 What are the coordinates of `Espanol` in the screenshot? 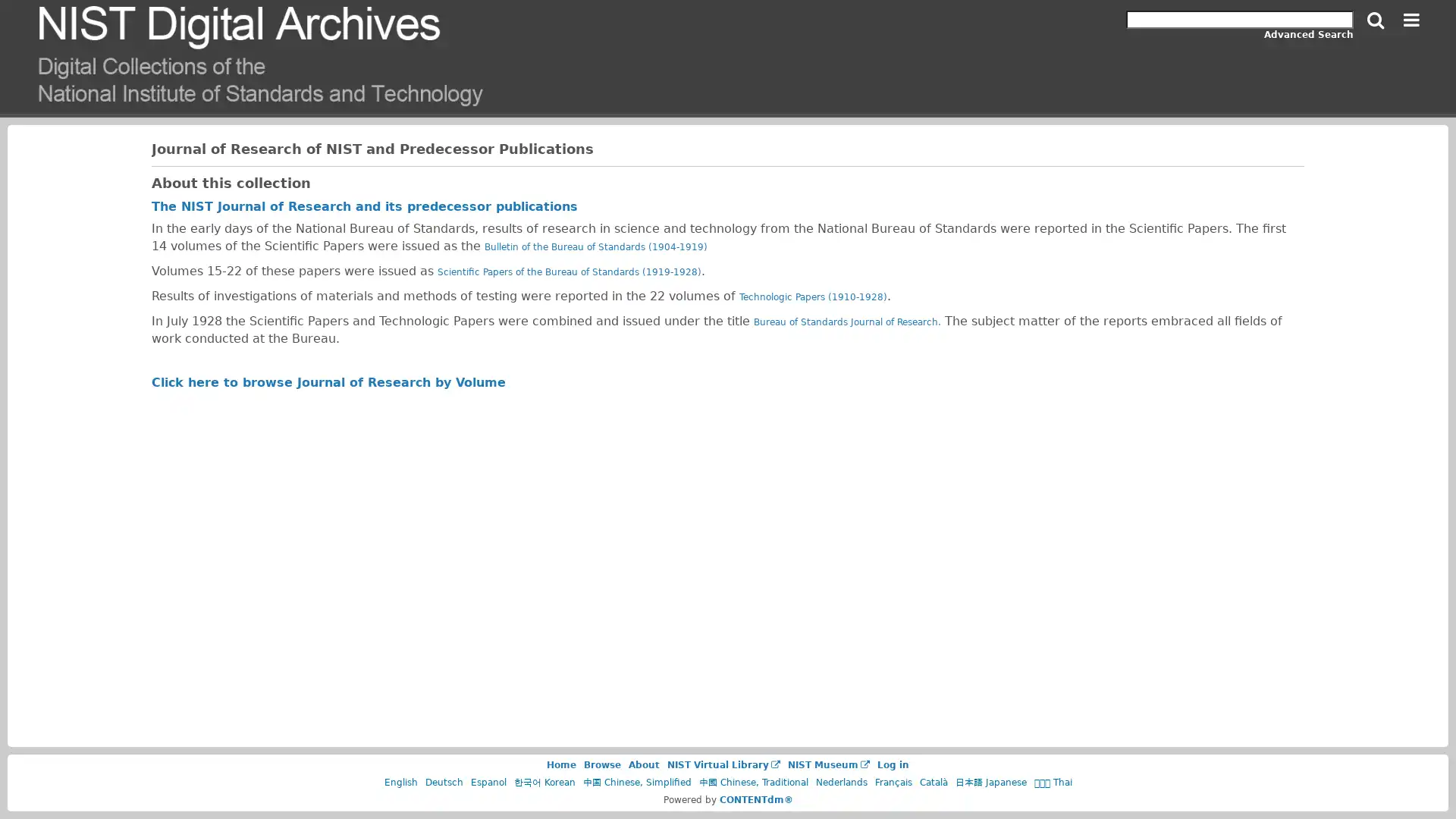 It's located at (488, 783).